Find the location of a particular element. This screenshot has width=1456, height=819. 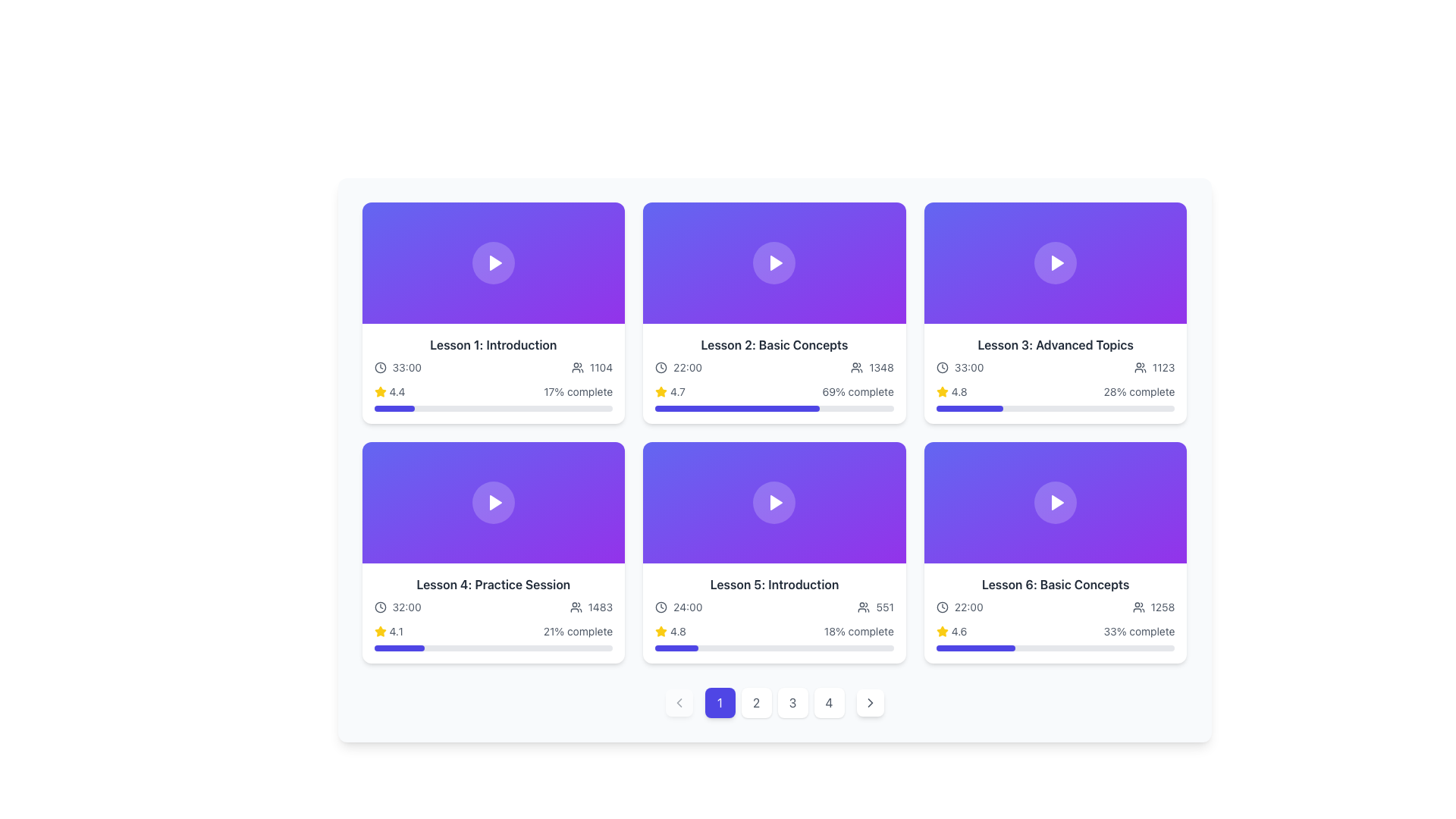

the play button of the 'Lesson 3: Advanced Topics' video thumbnail located in the top-right corner of the grid layout is located at coordinates (1055, 262).